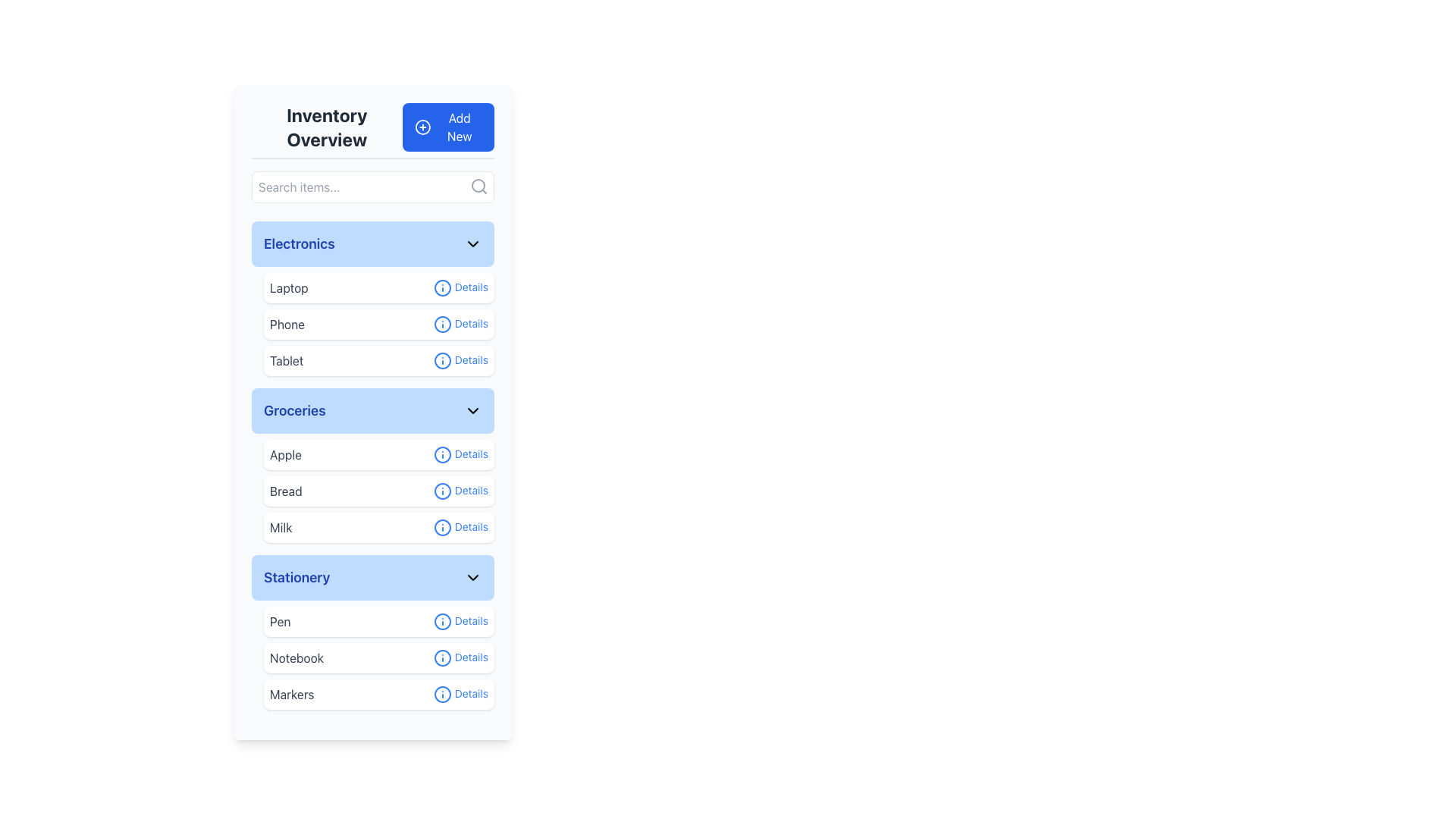 The image size is (1456, 819). What do you see at coordinates (459, 127) in the screenshot?
I see `text displayed on the 'Add New' button, which is a bold white text centrally aligned within a blue rounded background` at bounding box center [459, 127].